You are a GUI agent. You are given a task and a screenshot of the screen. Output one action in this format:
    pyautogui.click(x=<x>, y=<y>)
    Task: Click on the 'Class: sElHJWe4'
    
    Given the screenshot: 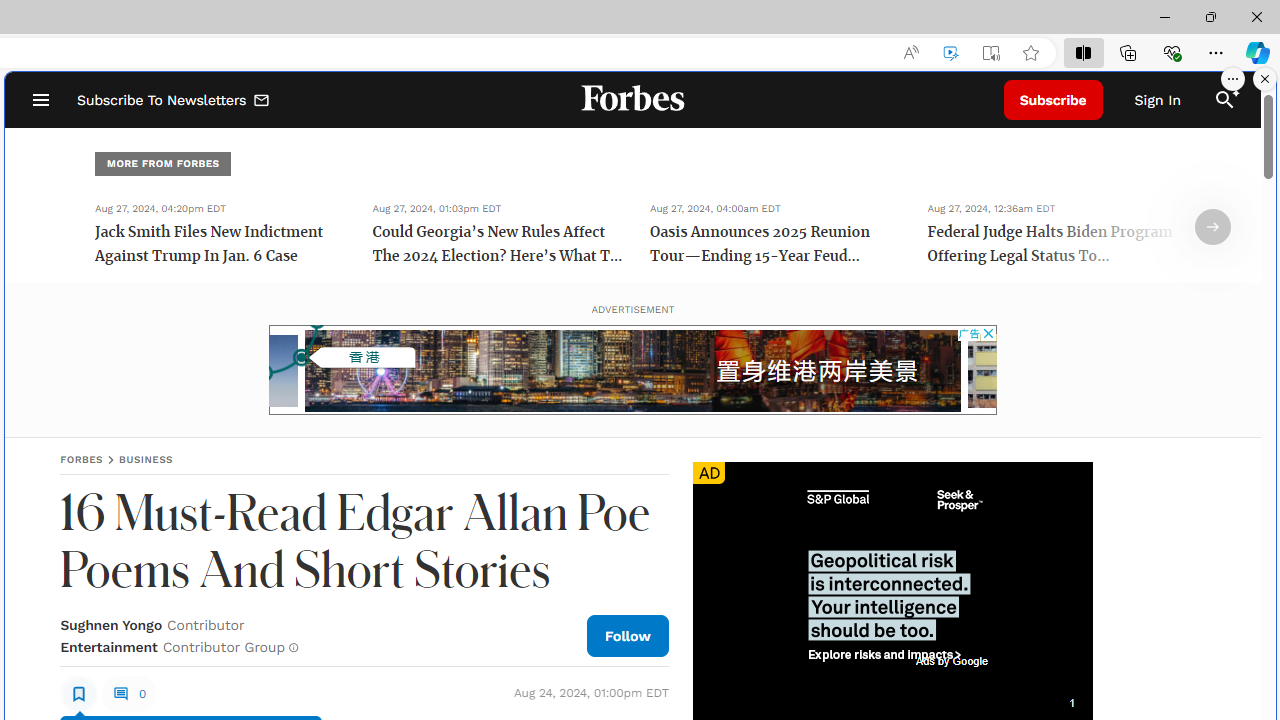 What is the action you would take?
    pyautogui.click(x=79, y=692)
    